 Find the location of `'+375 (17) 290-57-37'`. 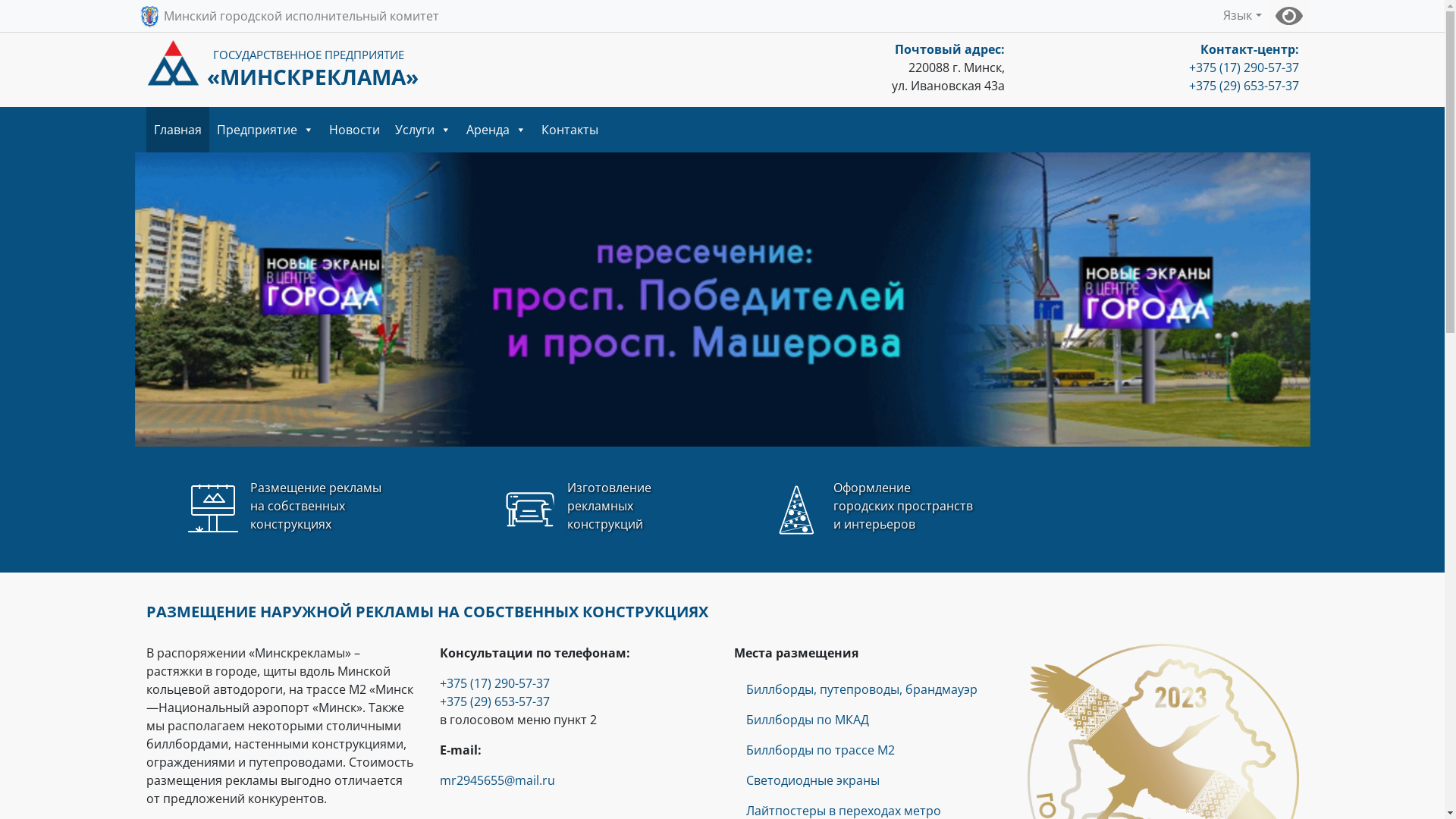

'+375 (17) 290-57-37' is located at coordinates (1188, 66).